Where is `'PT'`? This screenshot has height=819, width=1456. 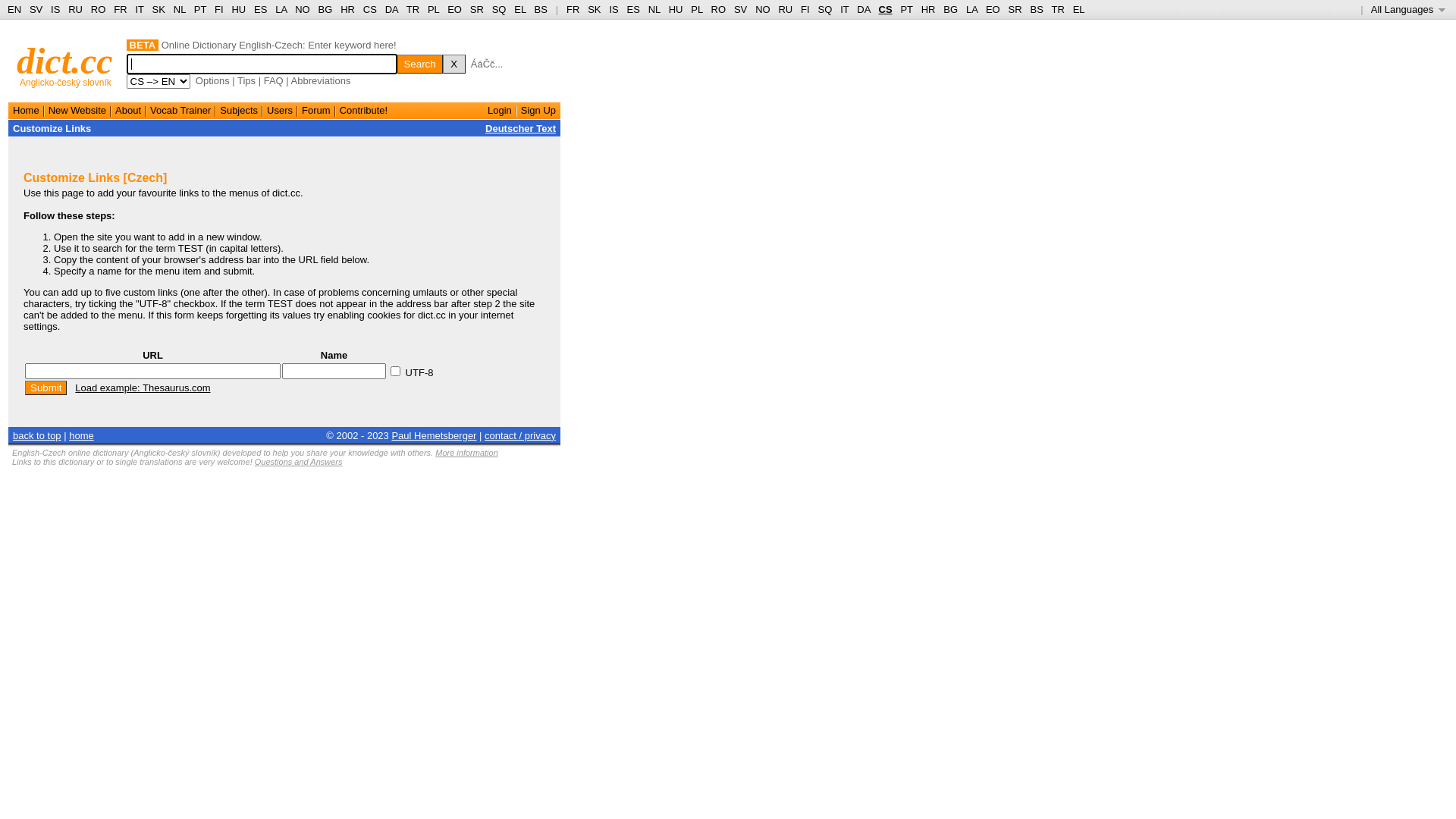 'PT' is located at coordinates (199, 9).